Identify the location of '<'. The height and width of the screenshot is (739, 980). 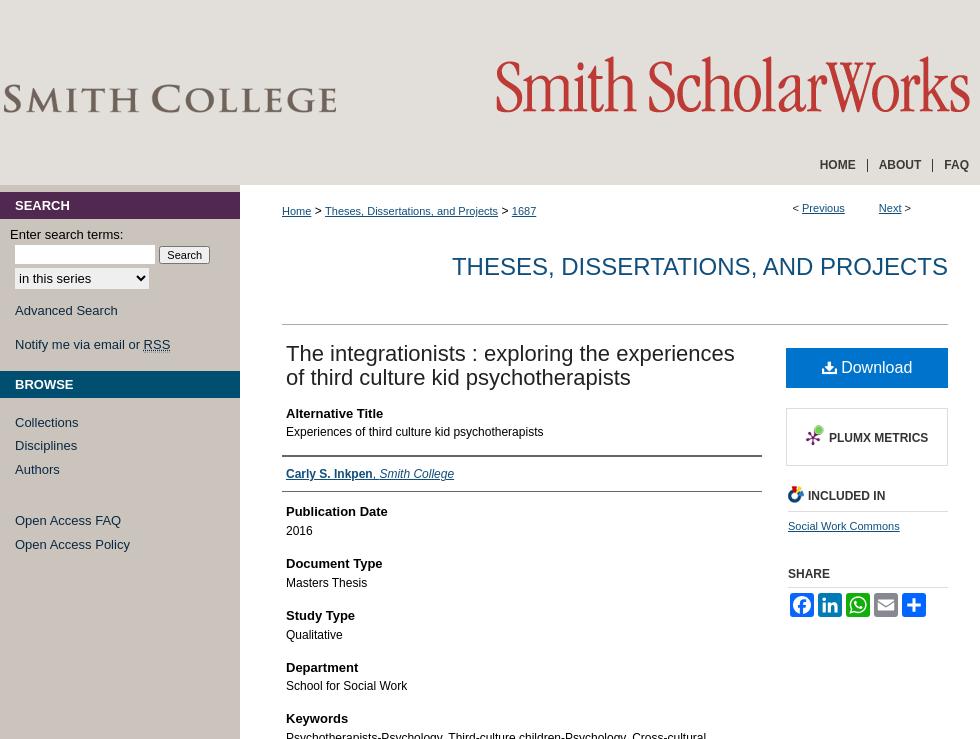
(797, 207).